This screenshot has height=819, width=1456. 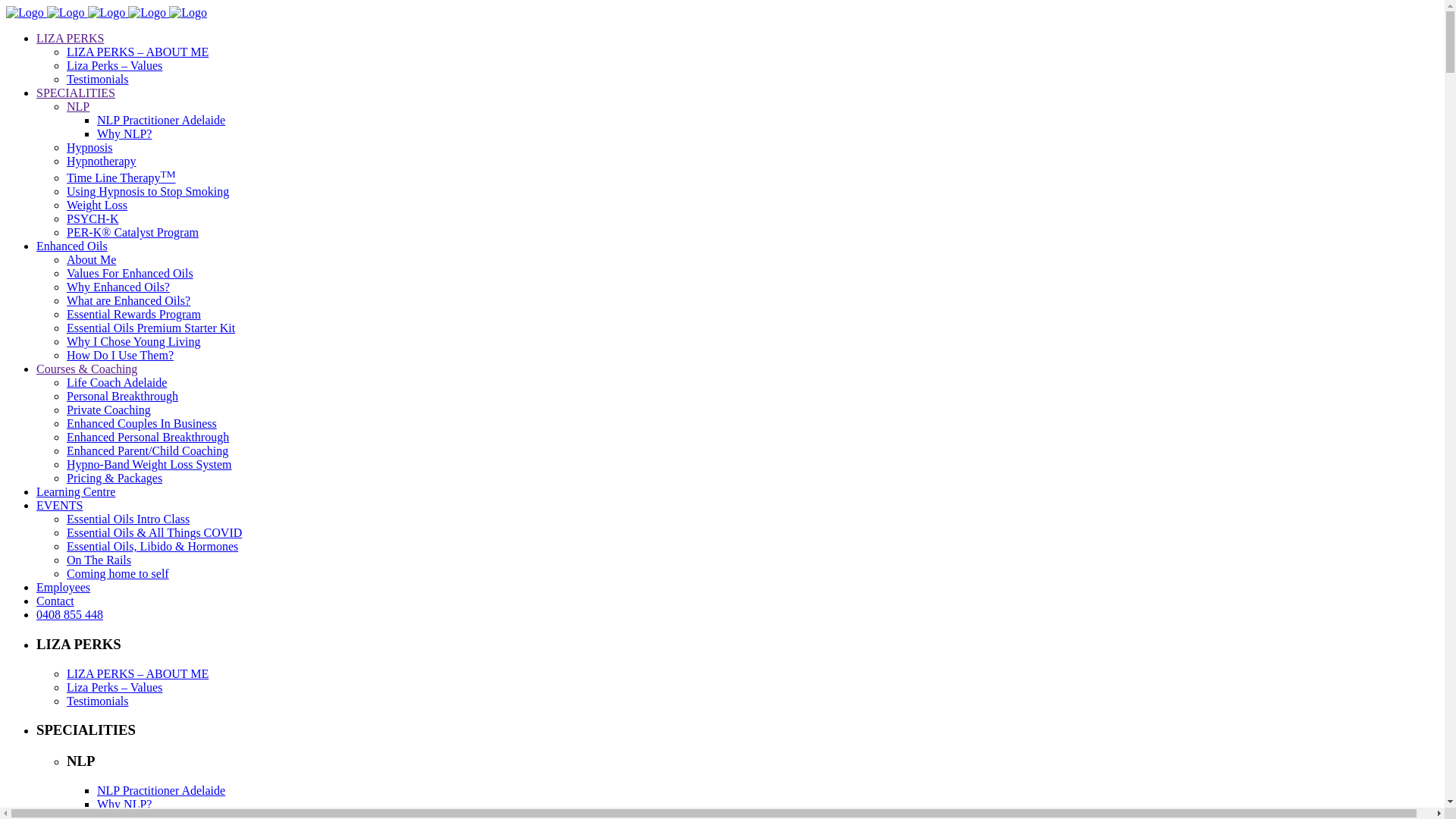 What do you see at coordinates (55, 600) in the screenshot?
I see `'Contact'` at bounding box center [55, 600].